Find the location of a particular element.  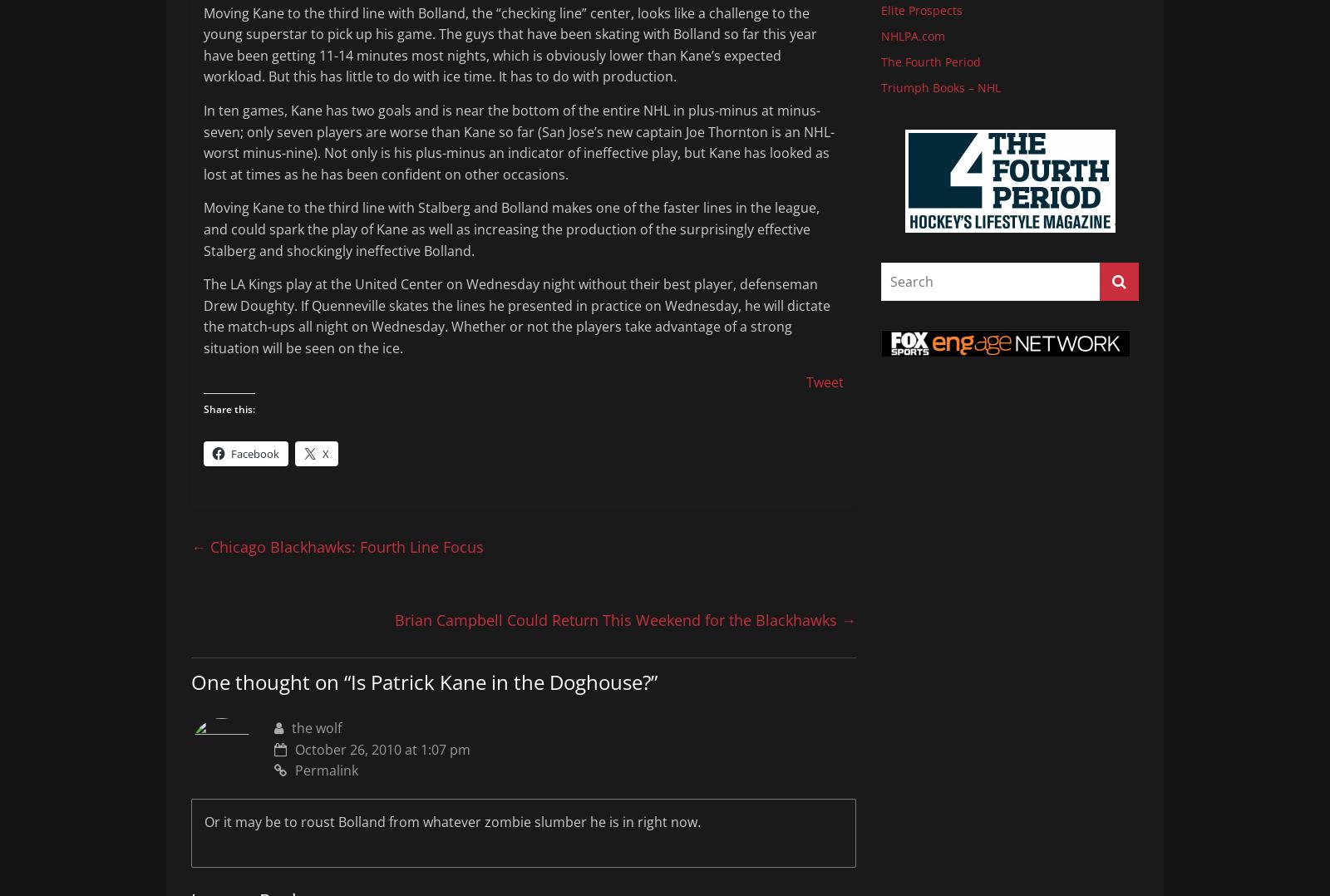

'Permalink' is located at coordinates (326, 769).